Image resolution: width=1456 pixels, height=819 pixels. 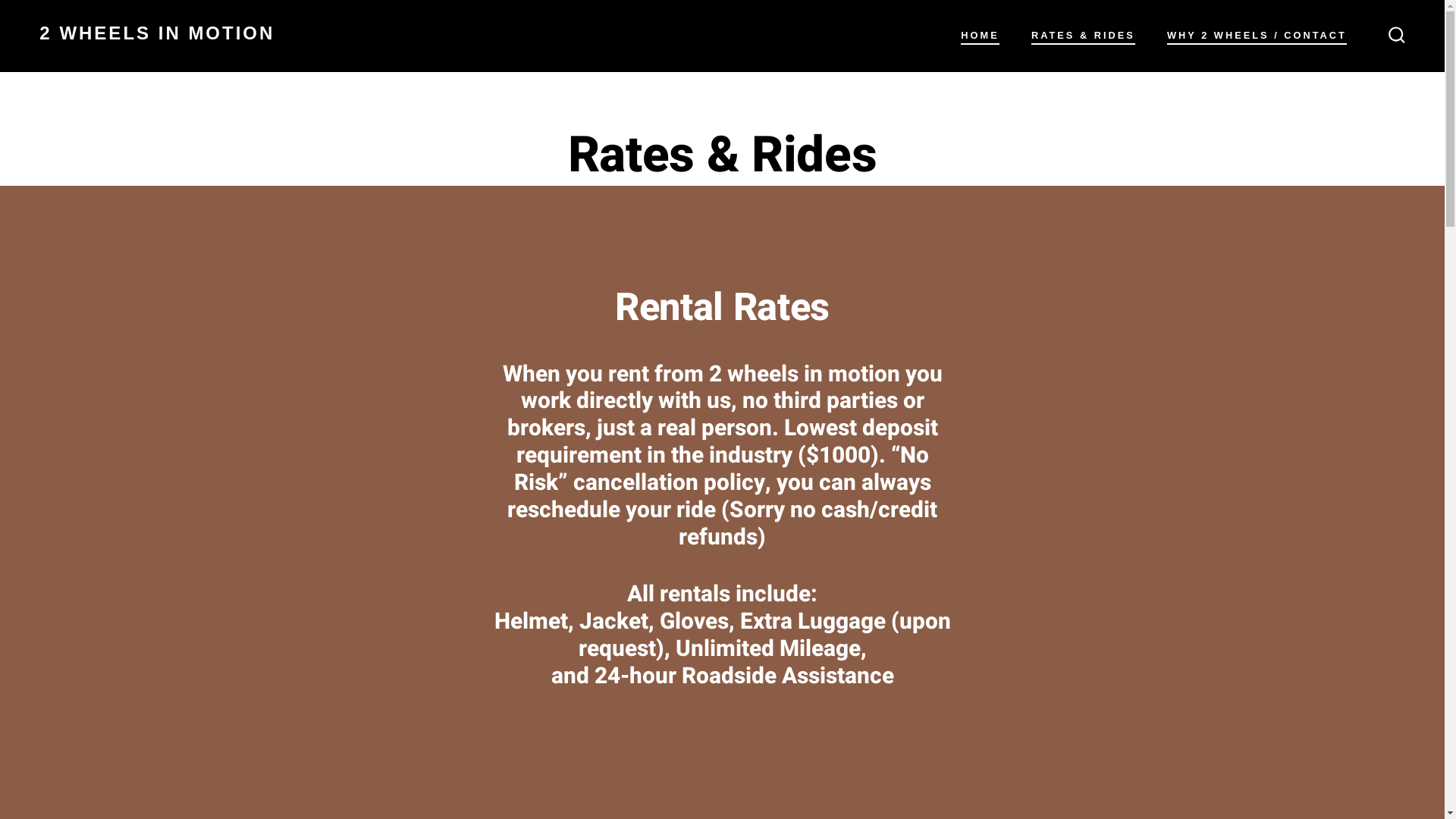 I want to click on '2 WHEELS IN MOTION', so click(x=156, y=35).